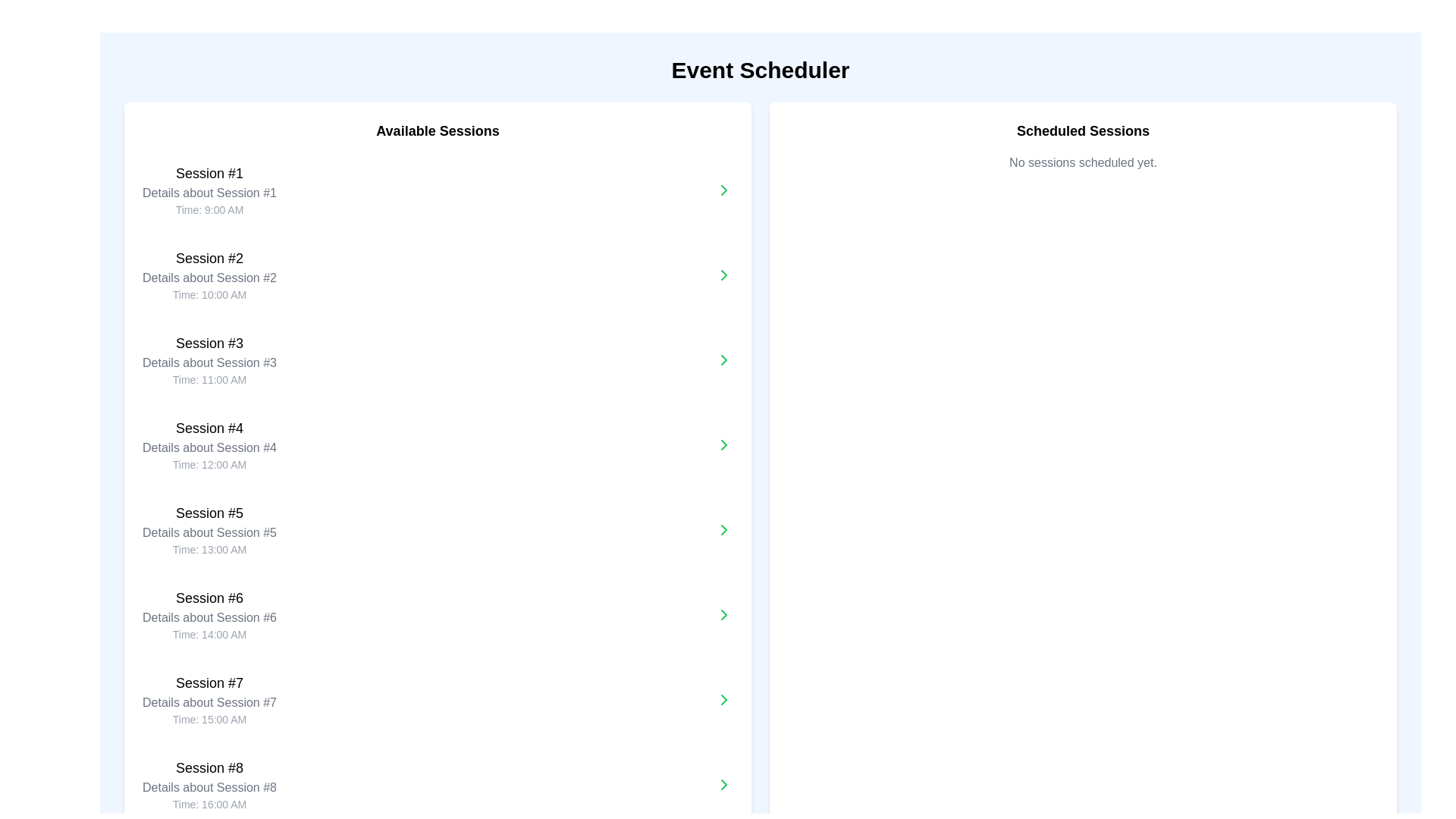 This screenshot has height=819, width=1456. Describe the element at coordinates (723, 189) in the screenshot. I see `the navigation button for 'Session #1' to change its color` at that location.